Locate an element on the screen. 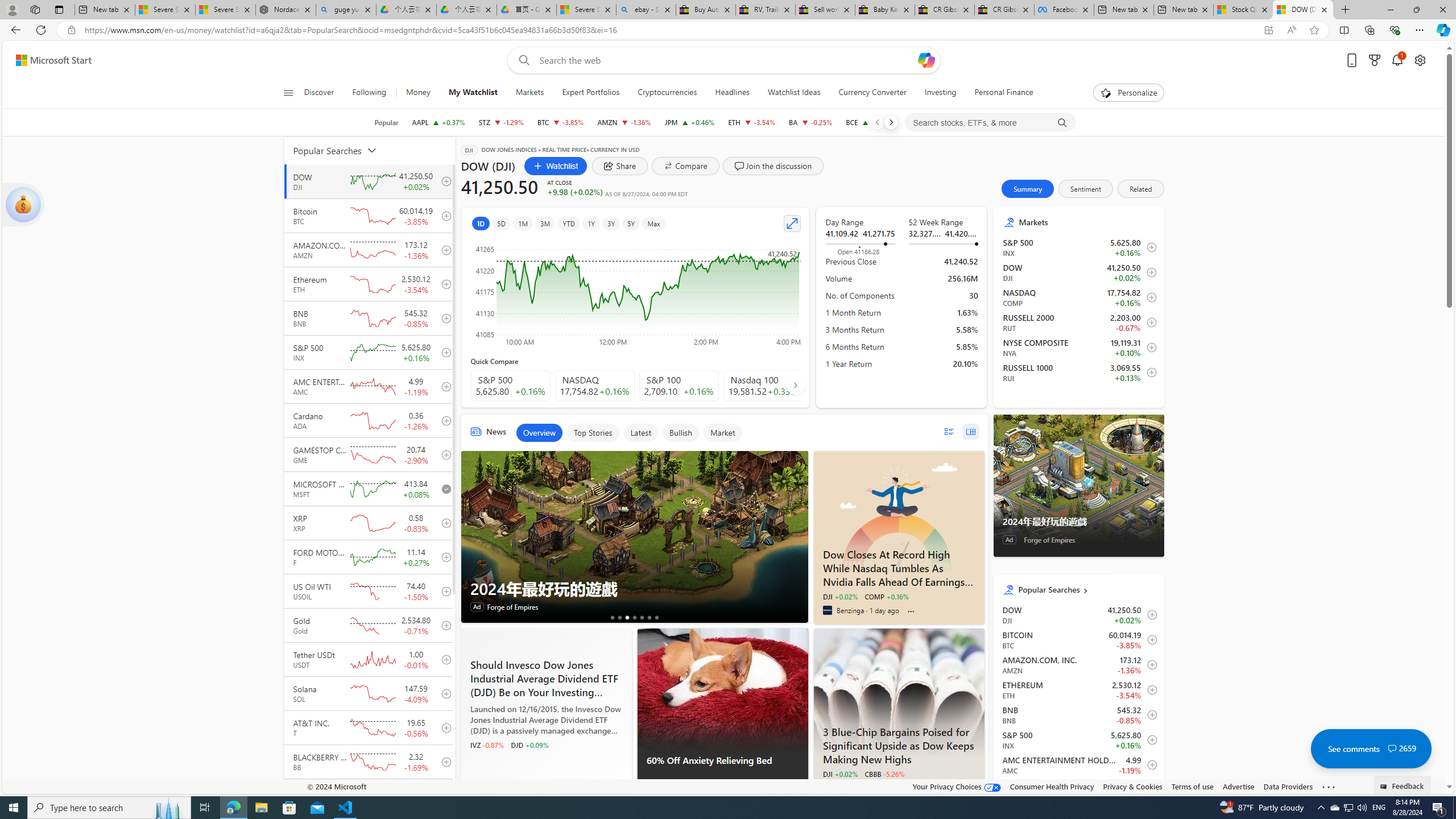  'Notifications' is located at coordinates (1397, 60).